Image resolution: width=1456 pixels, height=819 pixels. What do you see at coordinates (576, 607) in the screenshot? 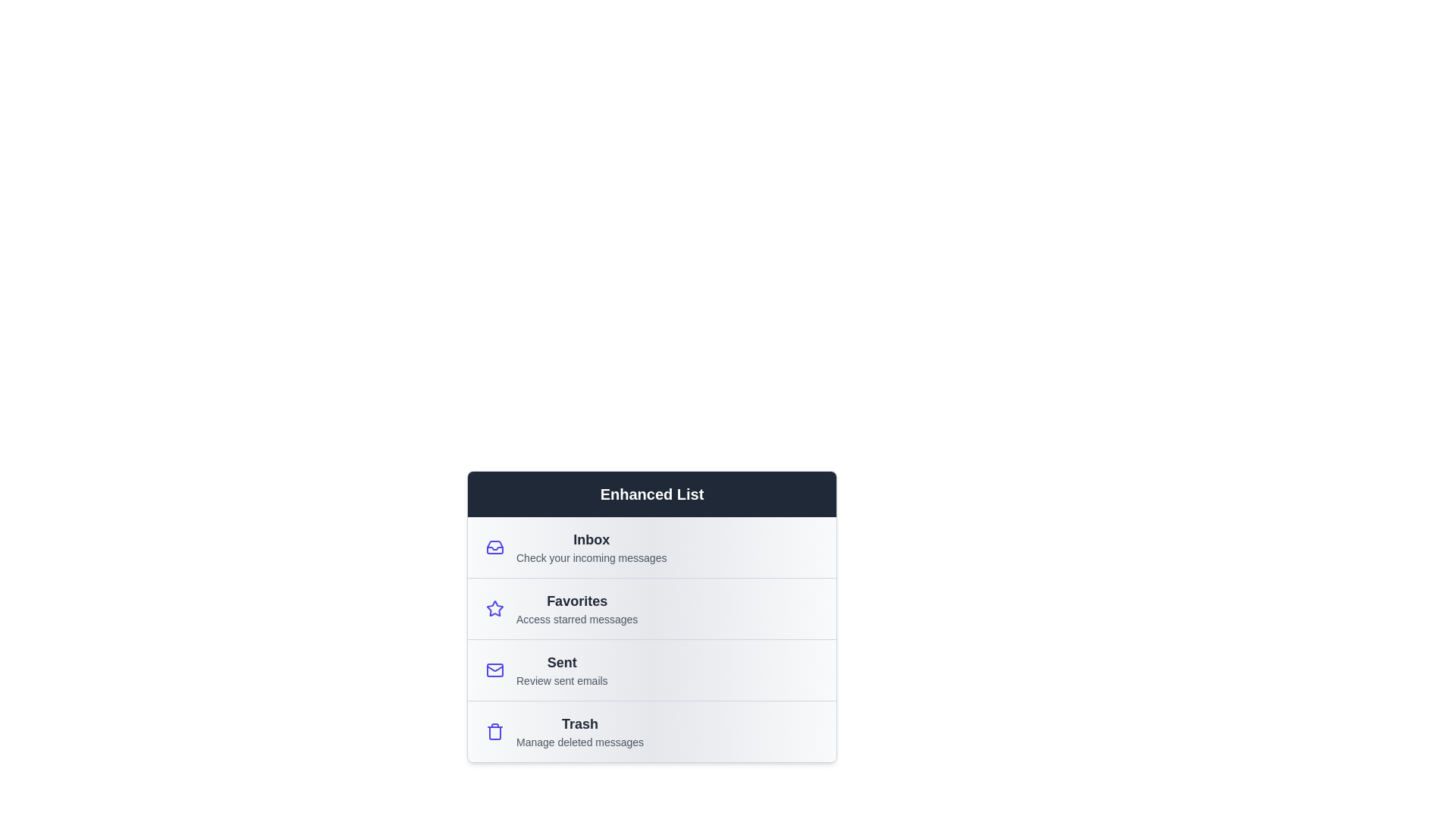
I see `the second entry of the vertical list, which is the navigation item for accessing starred messages` at bounding box center [576, 607].